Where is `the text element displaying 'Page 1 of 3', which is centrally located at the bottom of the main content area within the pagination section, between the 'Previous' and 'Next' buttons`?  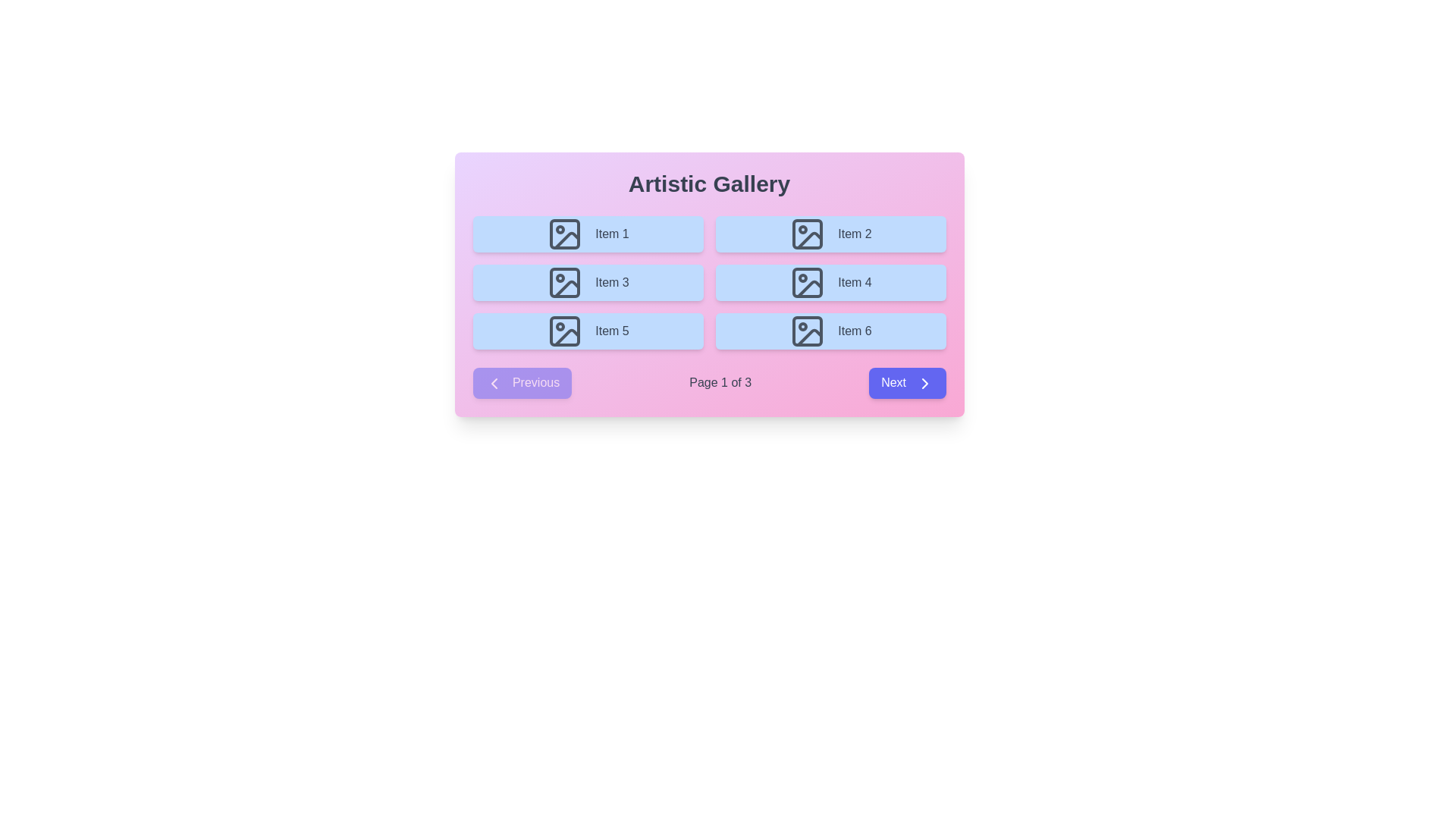 the text element displaying 'Page 1 of 3', which is centrally located at the bottom of the main content area within the pagination section, between the 'Previous' and 'Next' buttons is located at coordinates (720, 382).